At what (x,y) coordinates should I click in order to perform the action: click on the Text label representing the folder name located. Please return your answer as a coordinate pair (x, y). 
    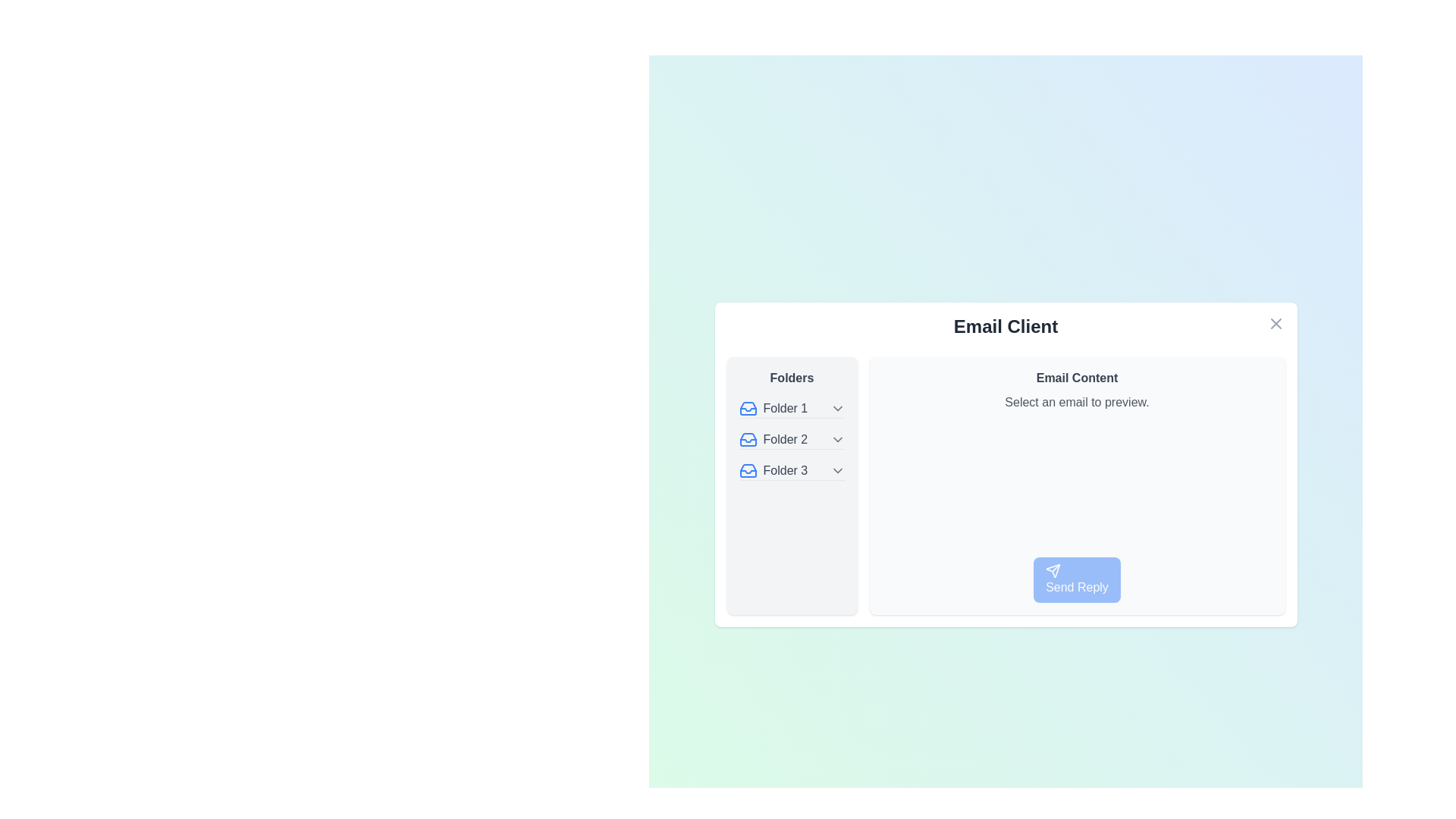
    Looking at the image, I should click on (785, 439).